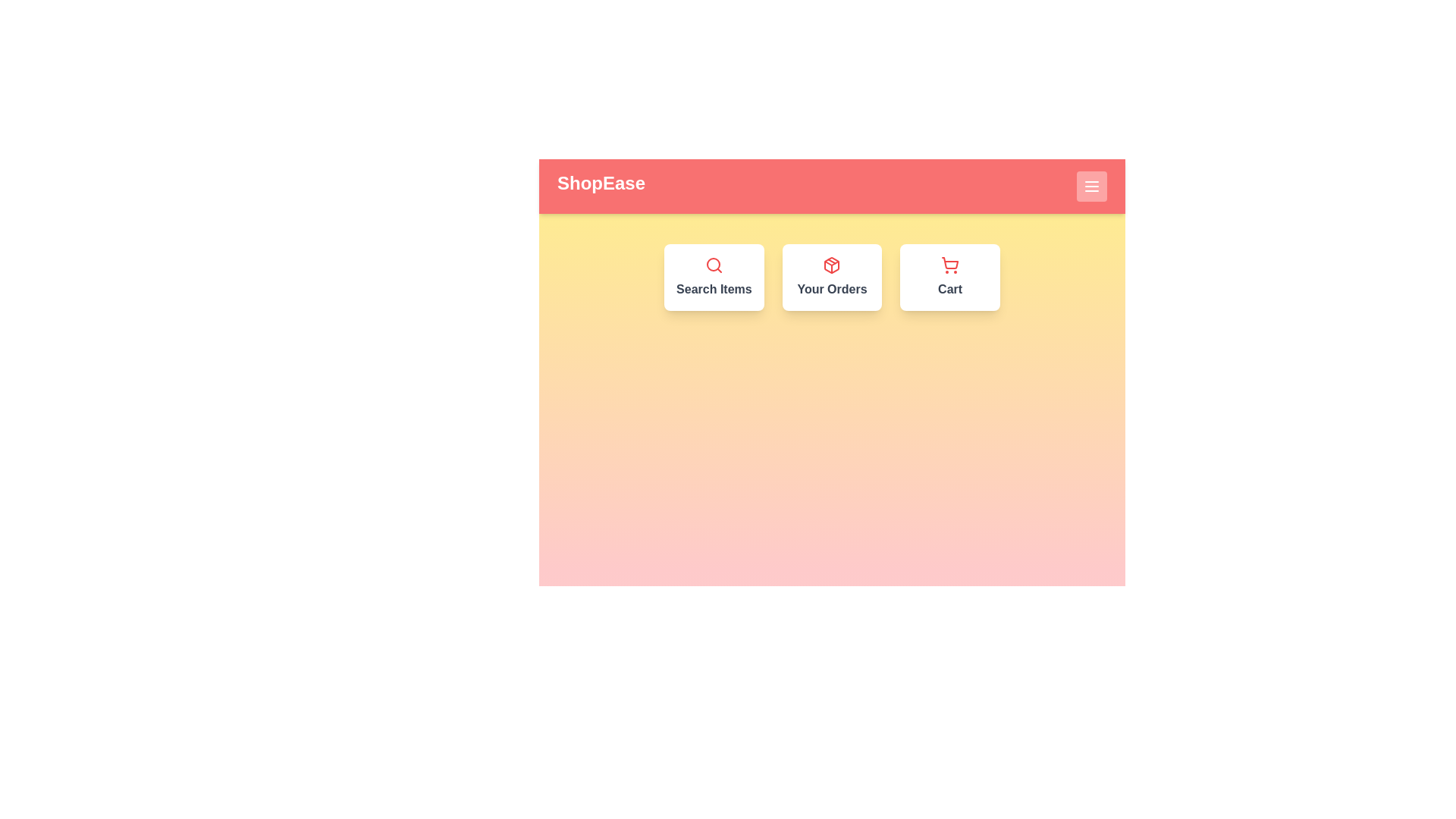 Image resolution: width=1456 pixels, height=819 pixels. Describe the element at coordinates (831, 278) in the screenshot. I see `the 'Your Orders' icon` at that location.